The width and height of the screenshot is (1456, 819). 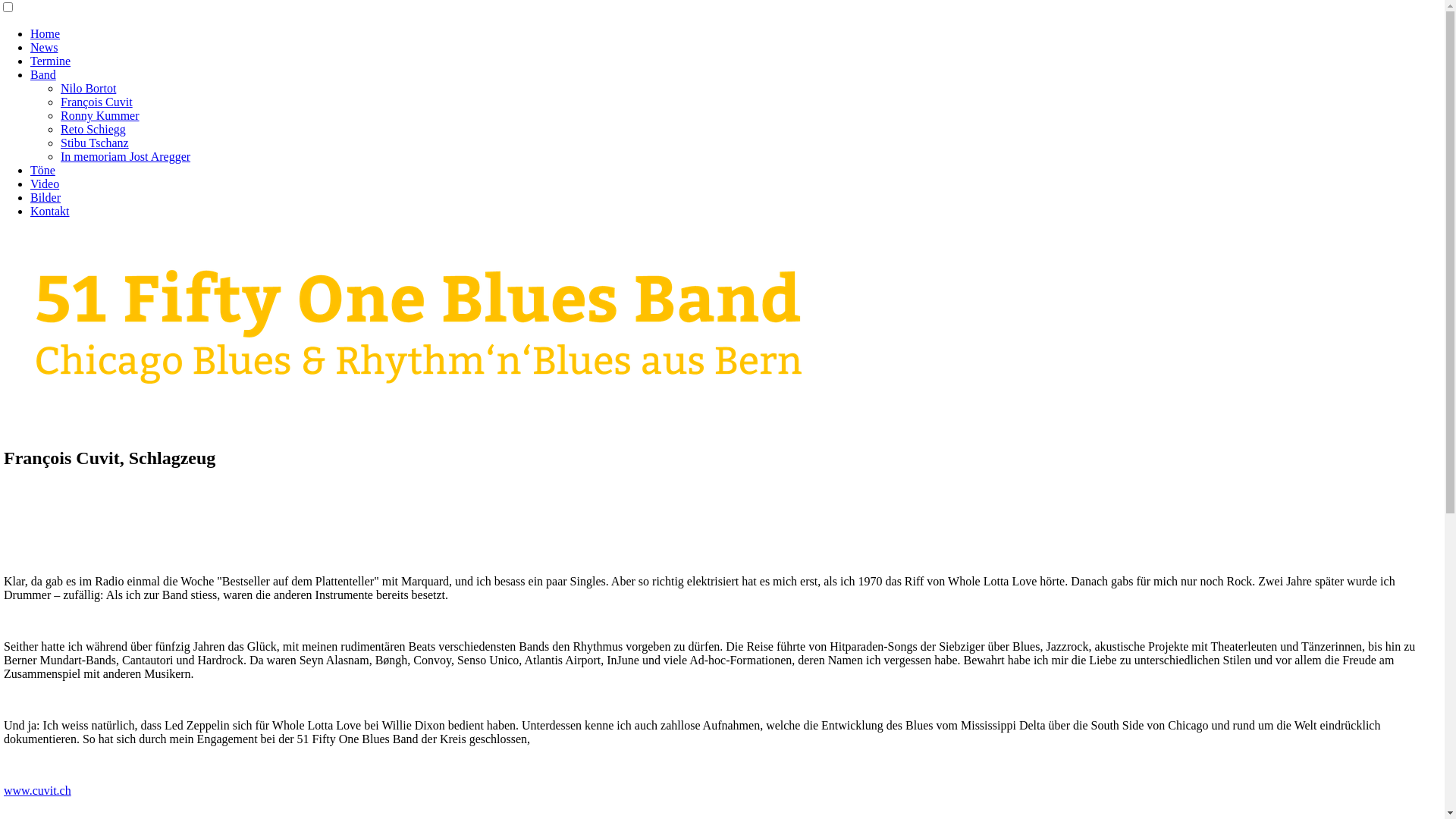 I want to click on 'Termine', so click(x=50, y=60).